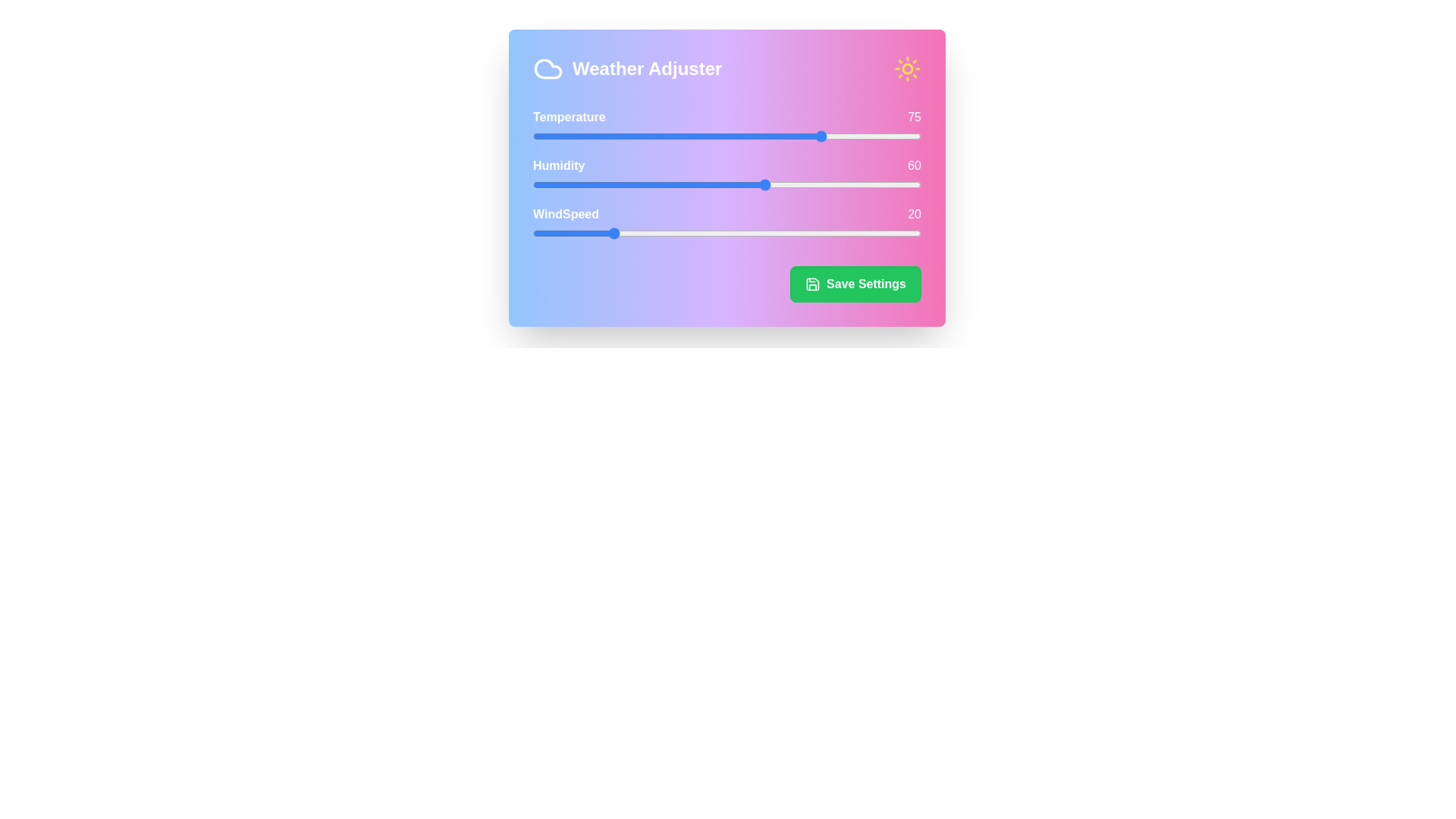 The height and width of the screenshot is (819, 1456). I want to click on the humidity value, so click(582, 184).